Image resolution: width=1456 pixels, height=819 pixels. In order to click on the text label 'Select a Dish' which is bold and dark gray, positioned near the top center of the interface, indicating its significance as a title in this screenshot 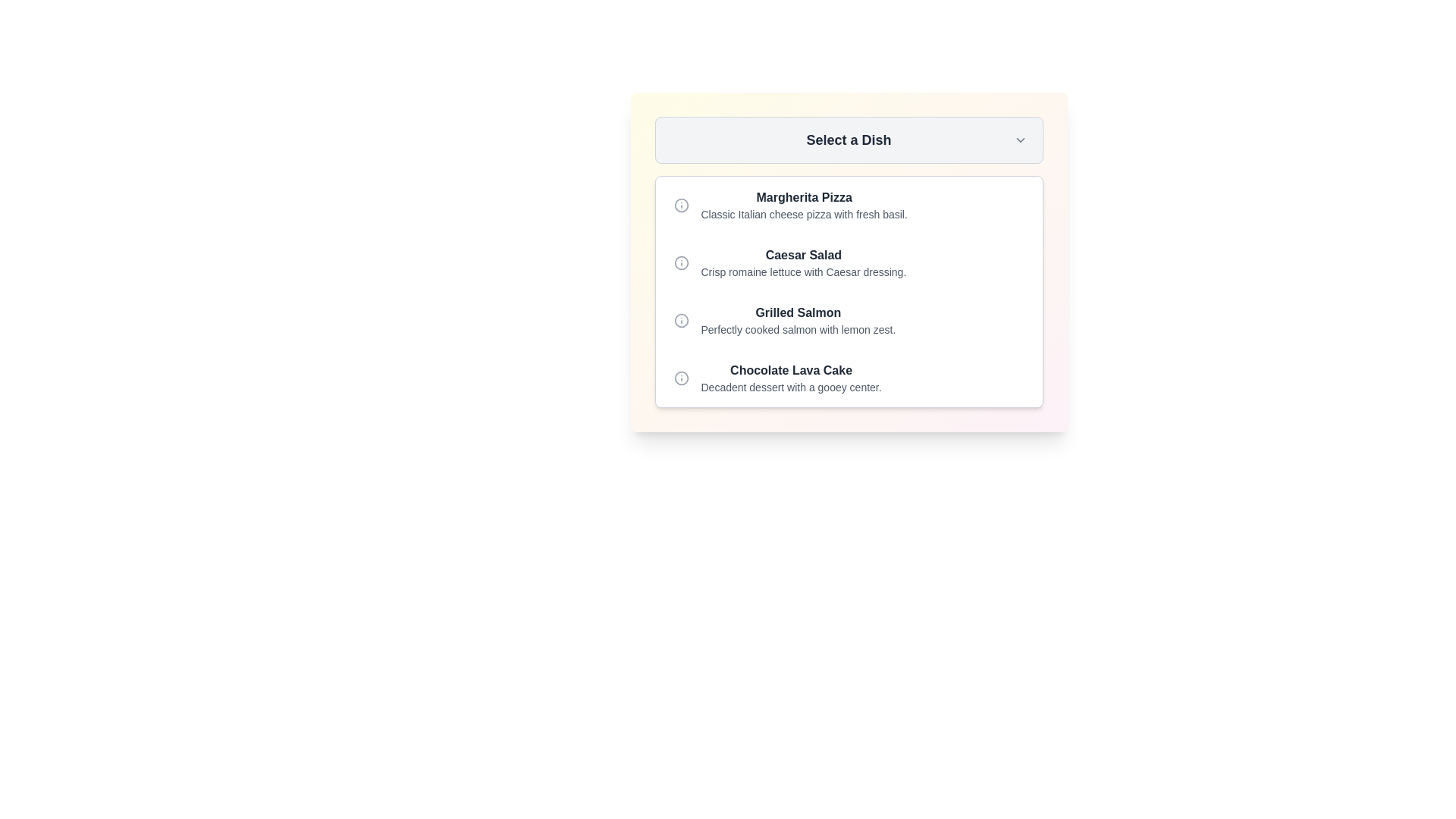, I will do `click(848, 140)`.